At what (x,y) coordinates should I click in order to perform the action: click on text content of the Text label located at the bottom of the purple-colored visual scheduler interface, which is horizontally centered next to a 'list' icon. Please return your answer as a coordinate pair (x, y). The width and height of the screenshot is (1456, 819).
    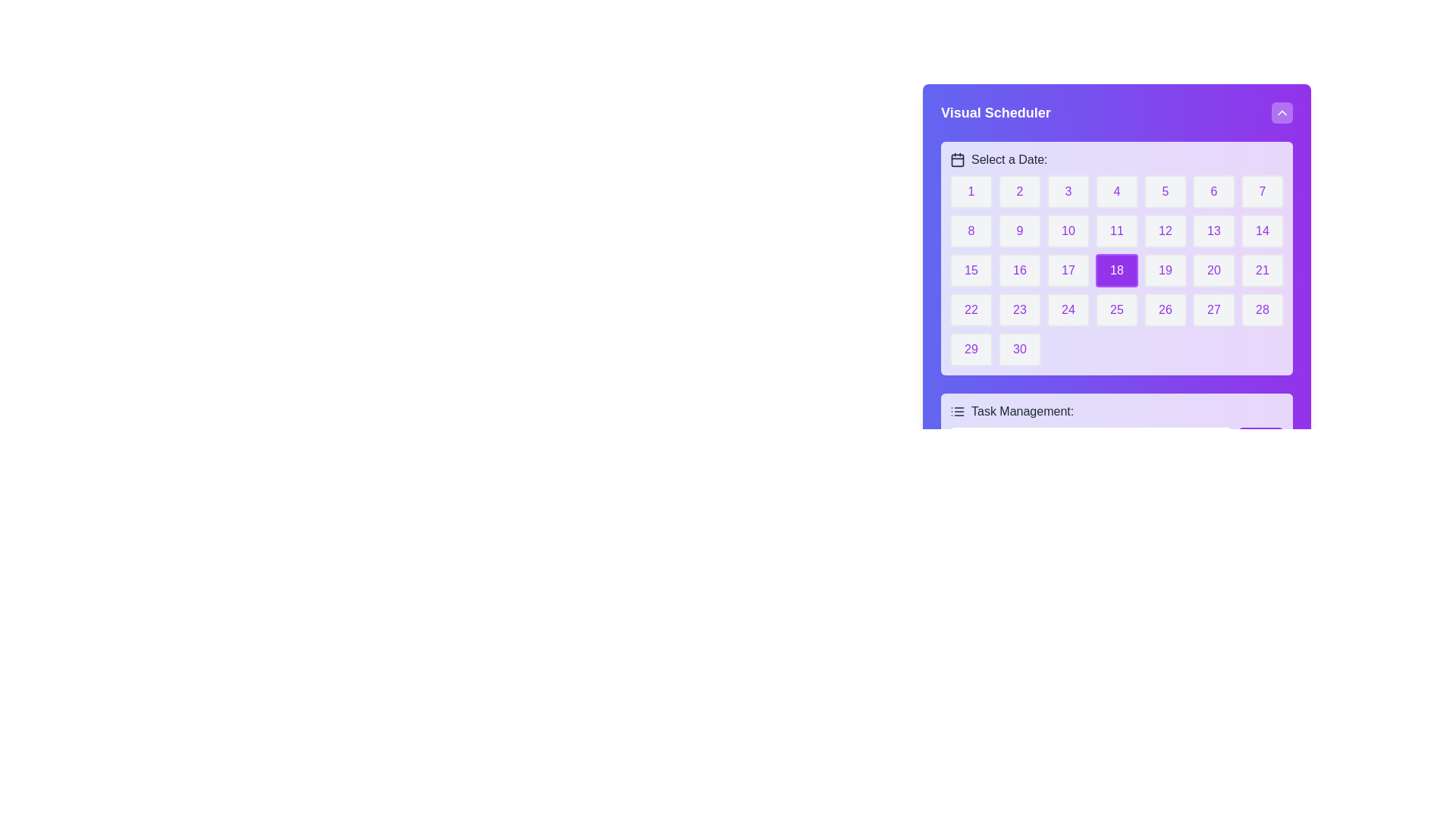
    Looking at the image, I should click on (1022, 412).